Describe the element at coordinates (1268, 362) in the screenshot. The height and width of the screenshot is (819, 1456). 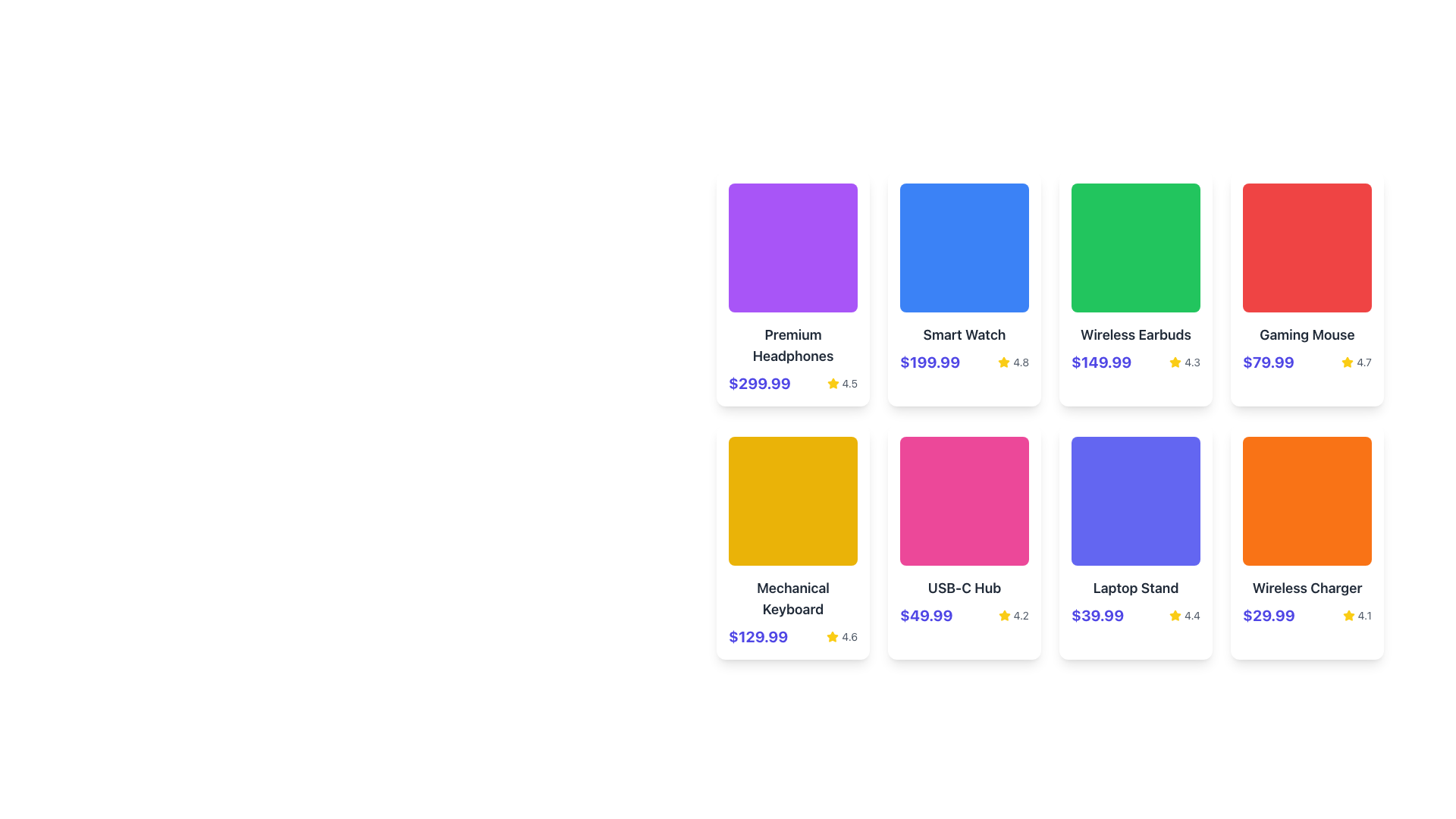
I see `price information from the Text Label indicating the price of the 'Gaming Mouse' product, located in the fourth card of the top row, below the title and above the rating component` at that location.